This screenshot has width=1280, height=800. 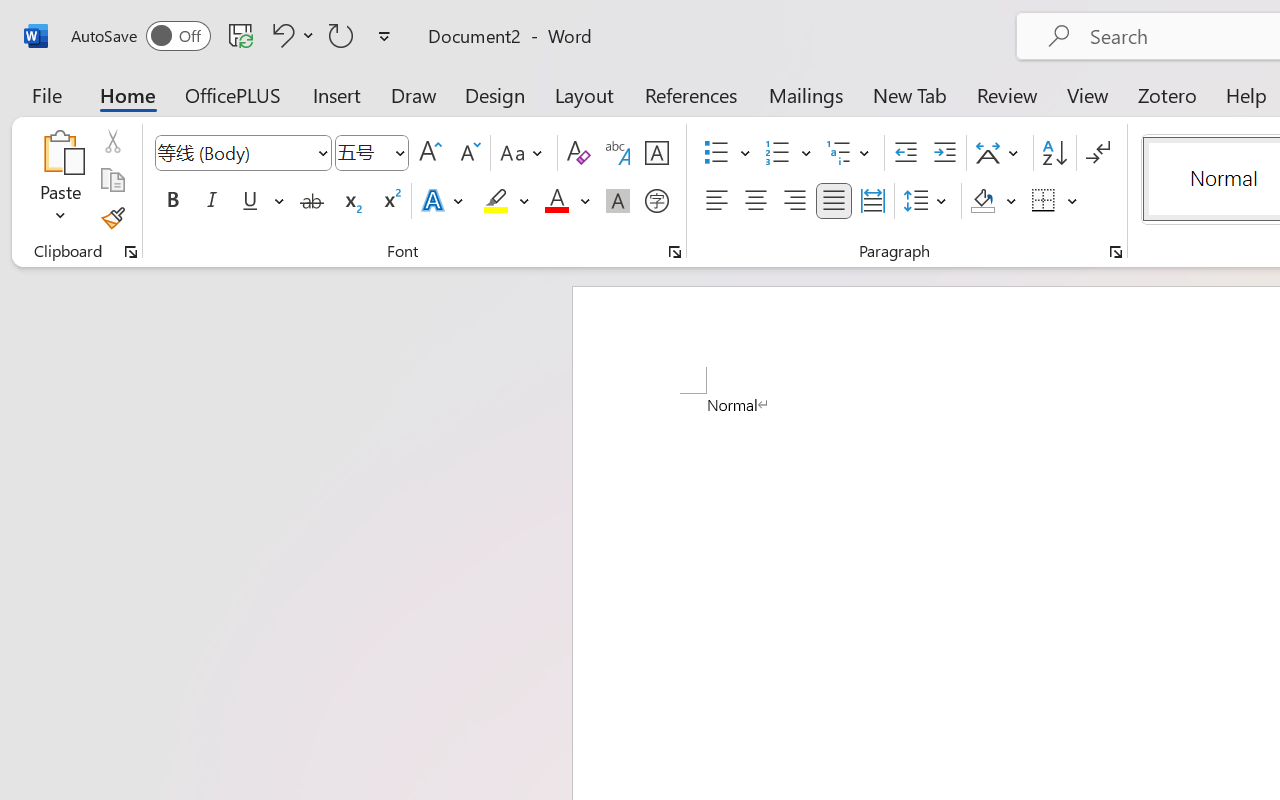 I want to click on 'Underline', so click(x=249, y=201).